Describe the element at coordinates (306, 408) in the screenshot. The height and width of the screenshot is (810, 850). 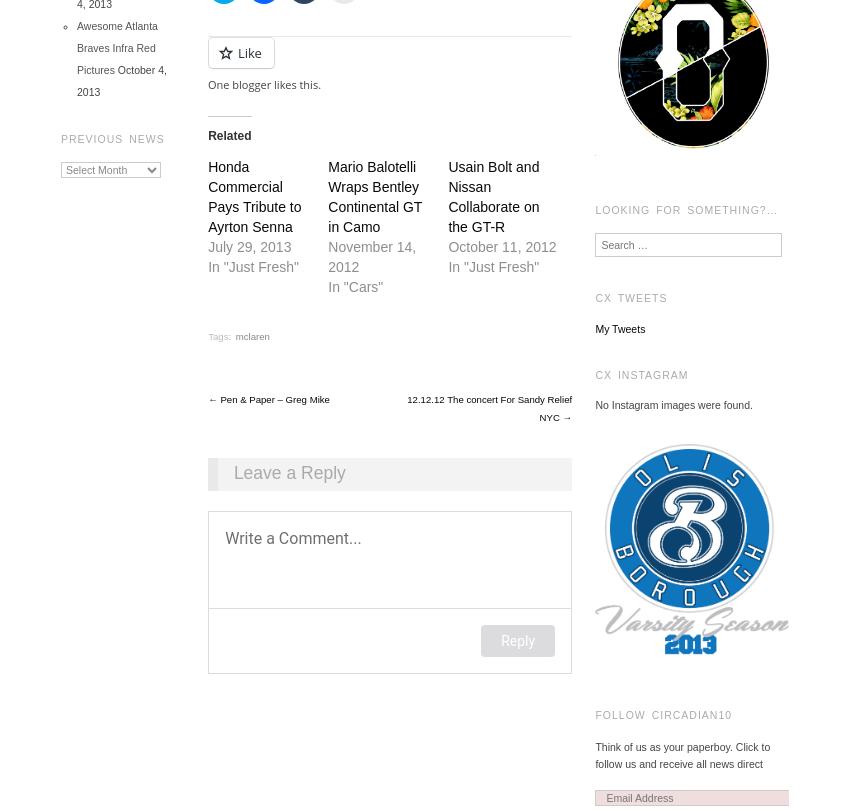
I see `'Post navigation'` at that location.